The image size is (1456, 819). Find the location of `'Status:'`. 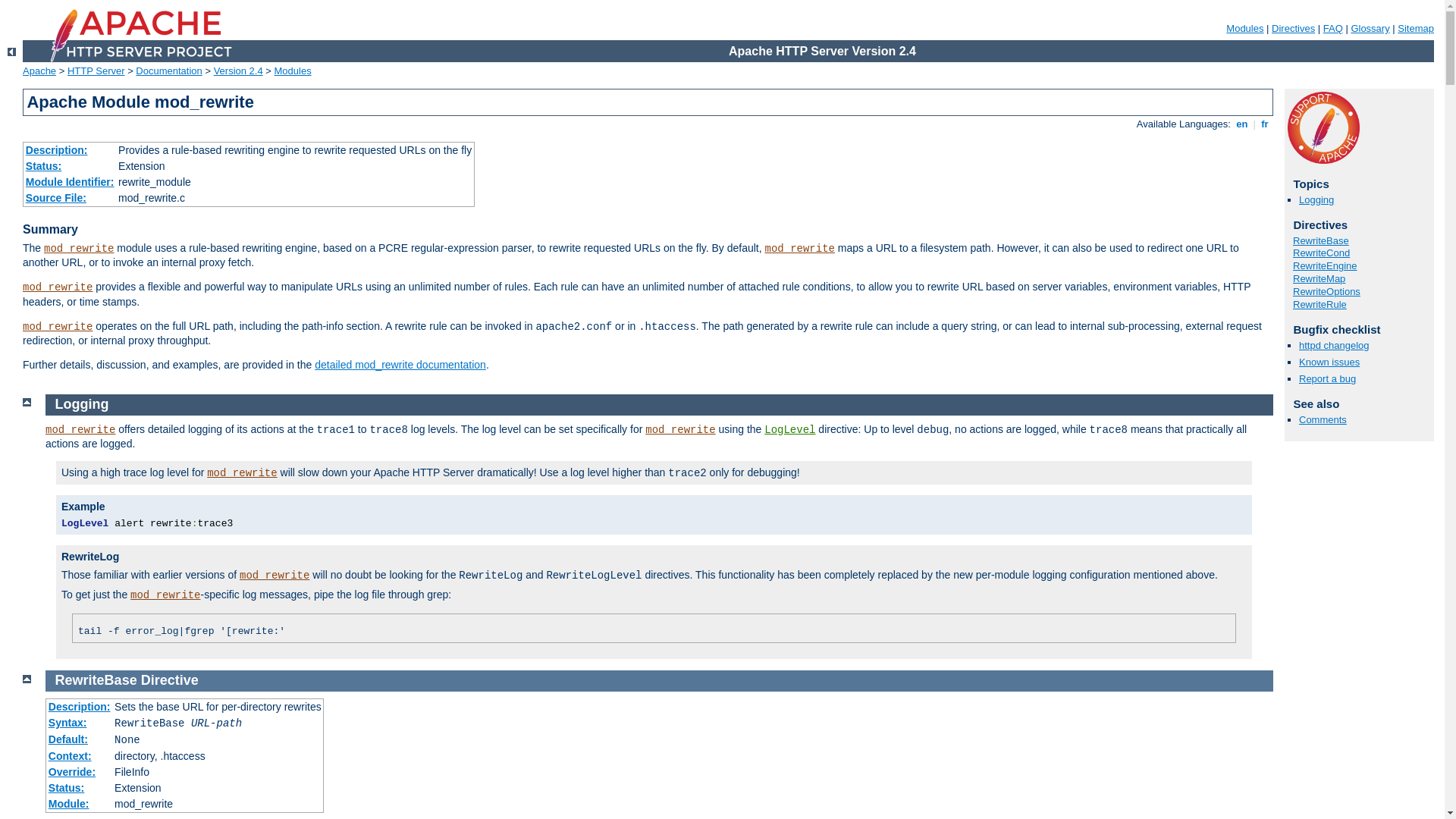

'Status:' is located at coordinates (43, 166).